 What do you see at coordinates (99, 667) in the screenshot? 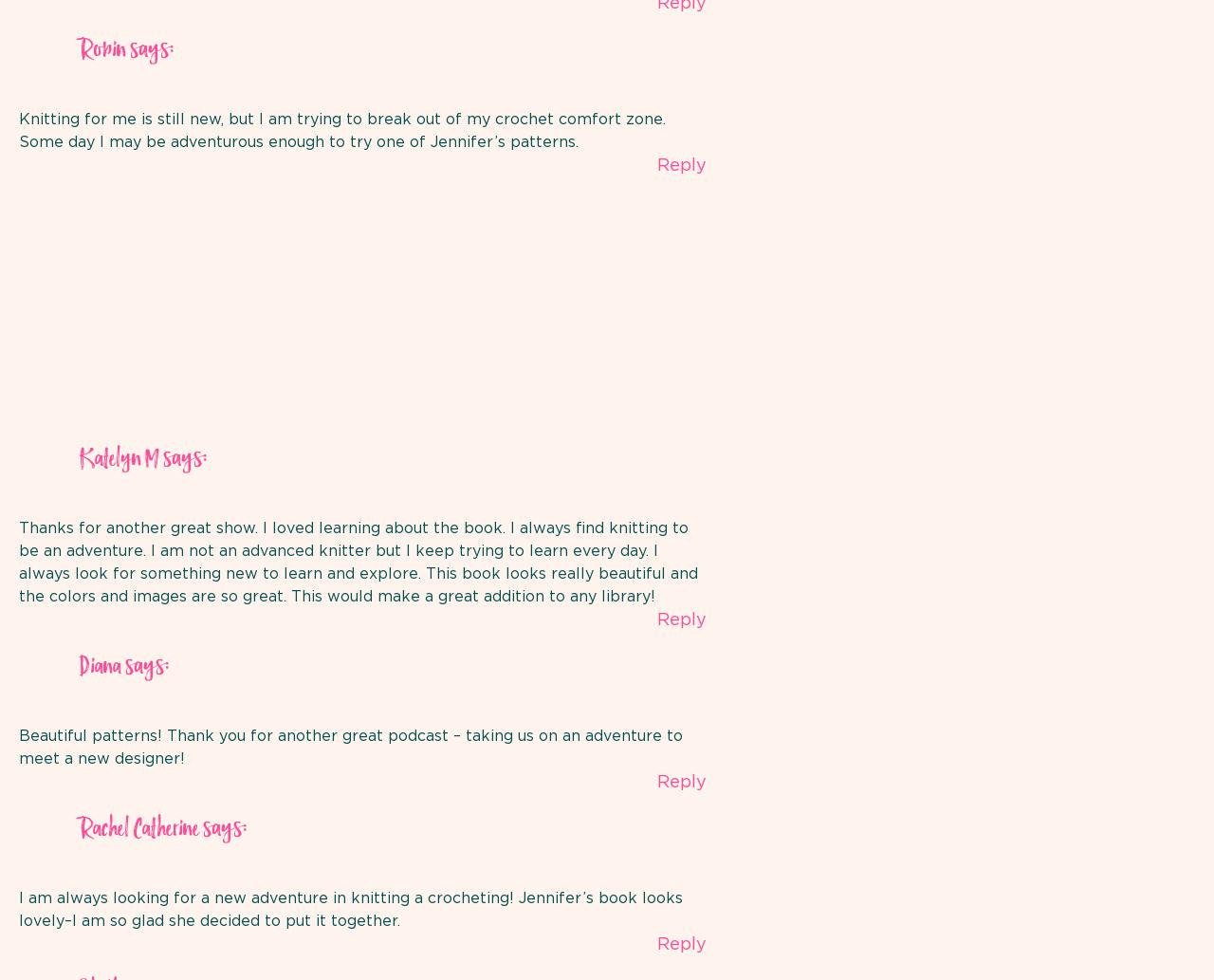
I see `'Diana'` at bounding box center [99, 667].